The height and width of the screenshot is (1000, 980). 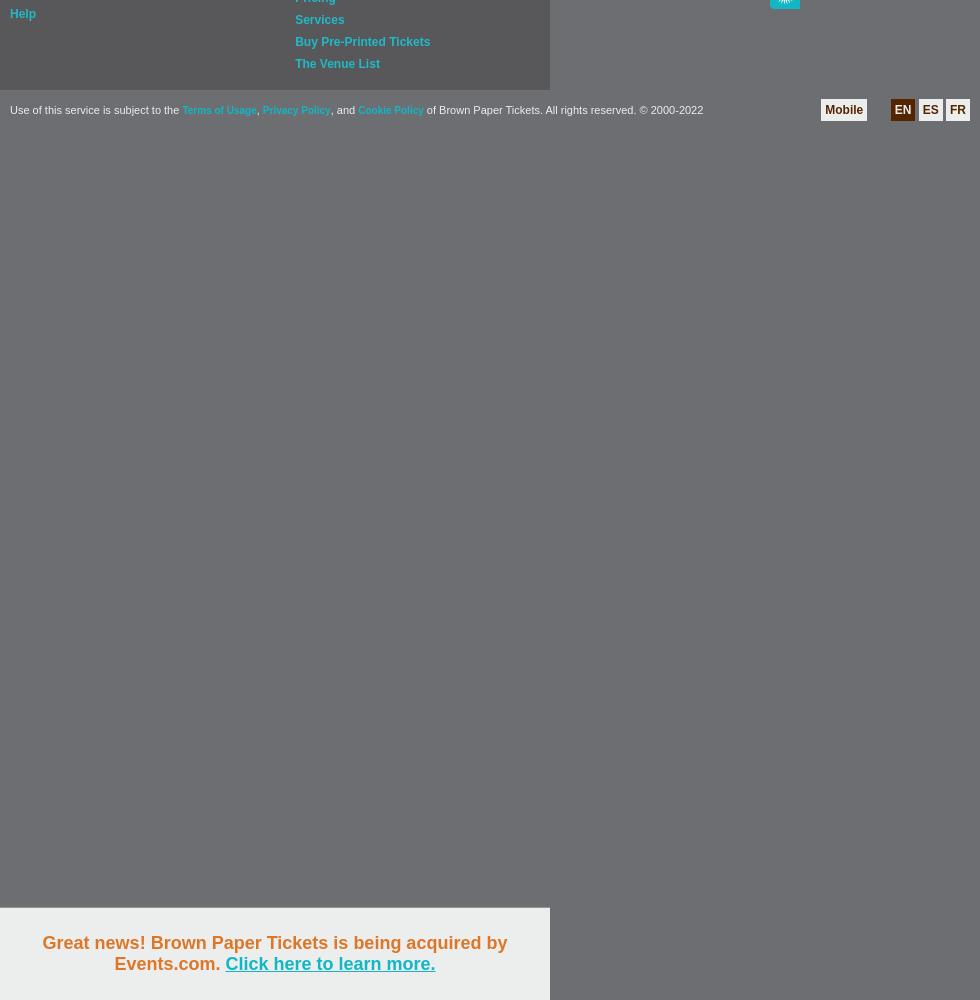 What do you see at coordinates (23, 14) in the screenshot?
I see `'Help'` at bounding box center [23, 14].